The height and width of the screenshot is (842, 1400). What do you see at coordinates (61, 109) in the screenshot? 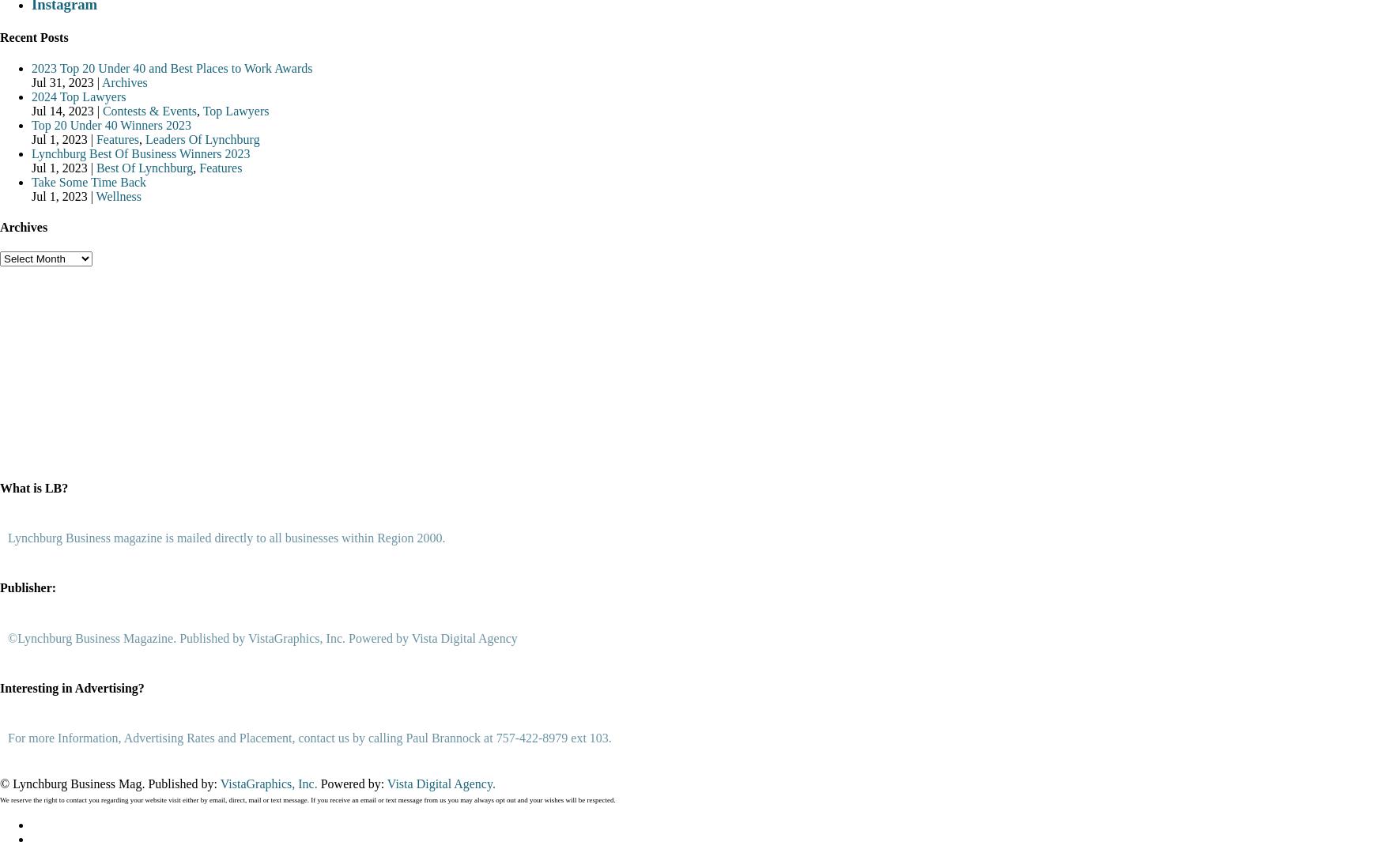
I see `'Jul 14, 2023'` at bounding box center [61, 109].